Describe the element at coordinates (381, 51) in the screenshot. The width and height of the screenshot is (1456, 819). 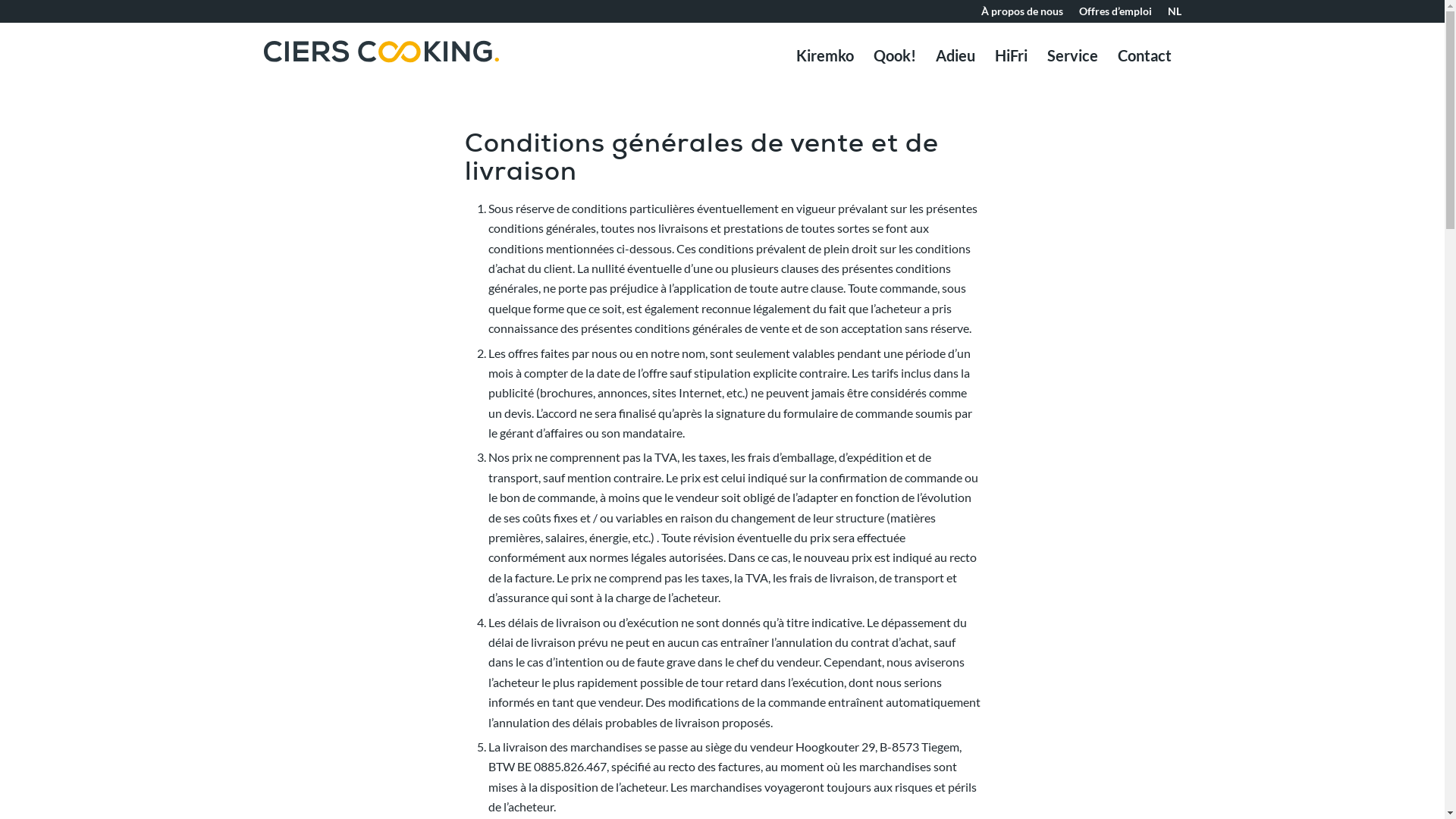
I see `'ciers-cooking'` at that location.